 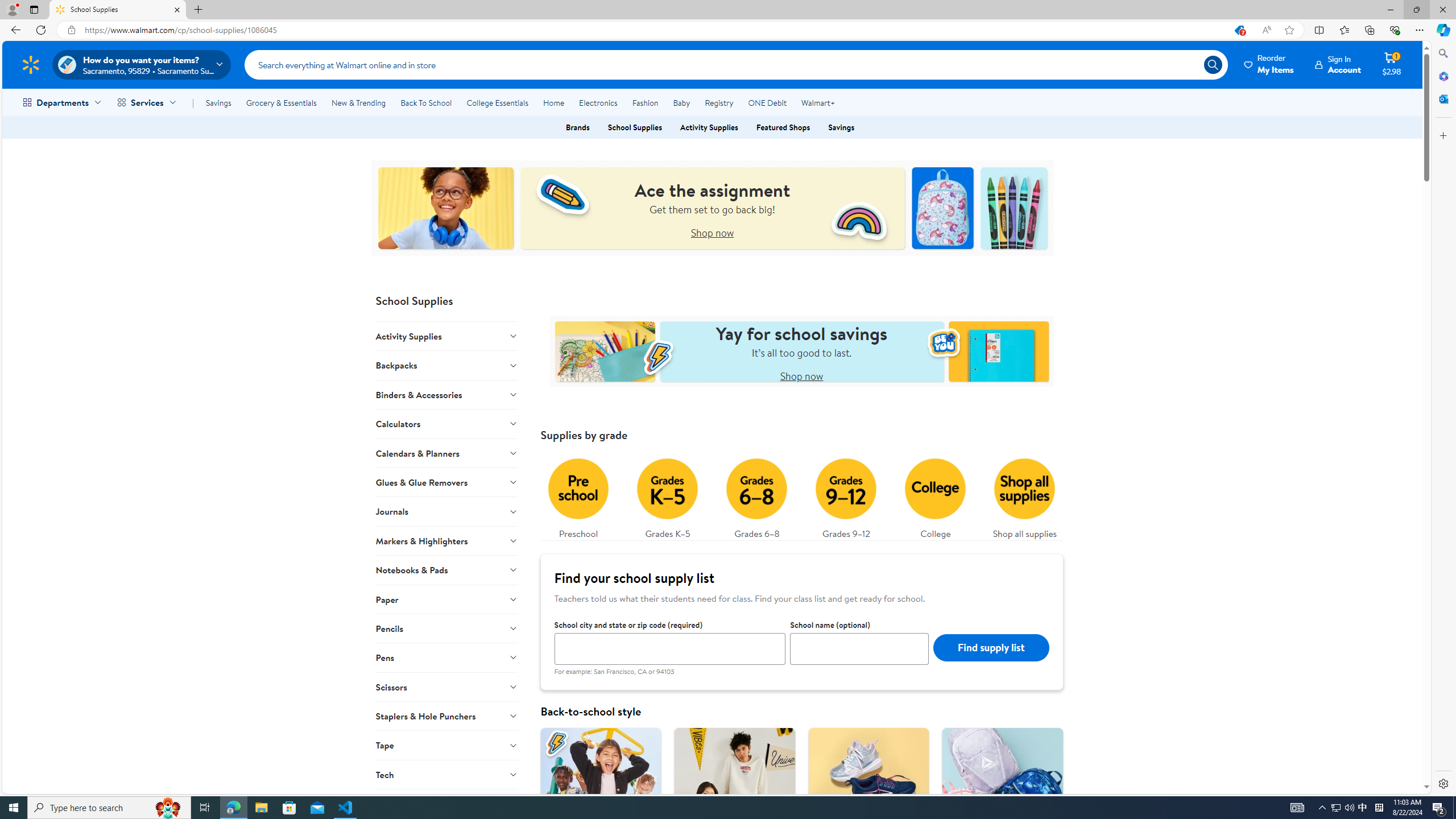 What do you see at coordinates (718, 102) in the screenshot?
I see `'Registry'` at bounding box center [718, 102].